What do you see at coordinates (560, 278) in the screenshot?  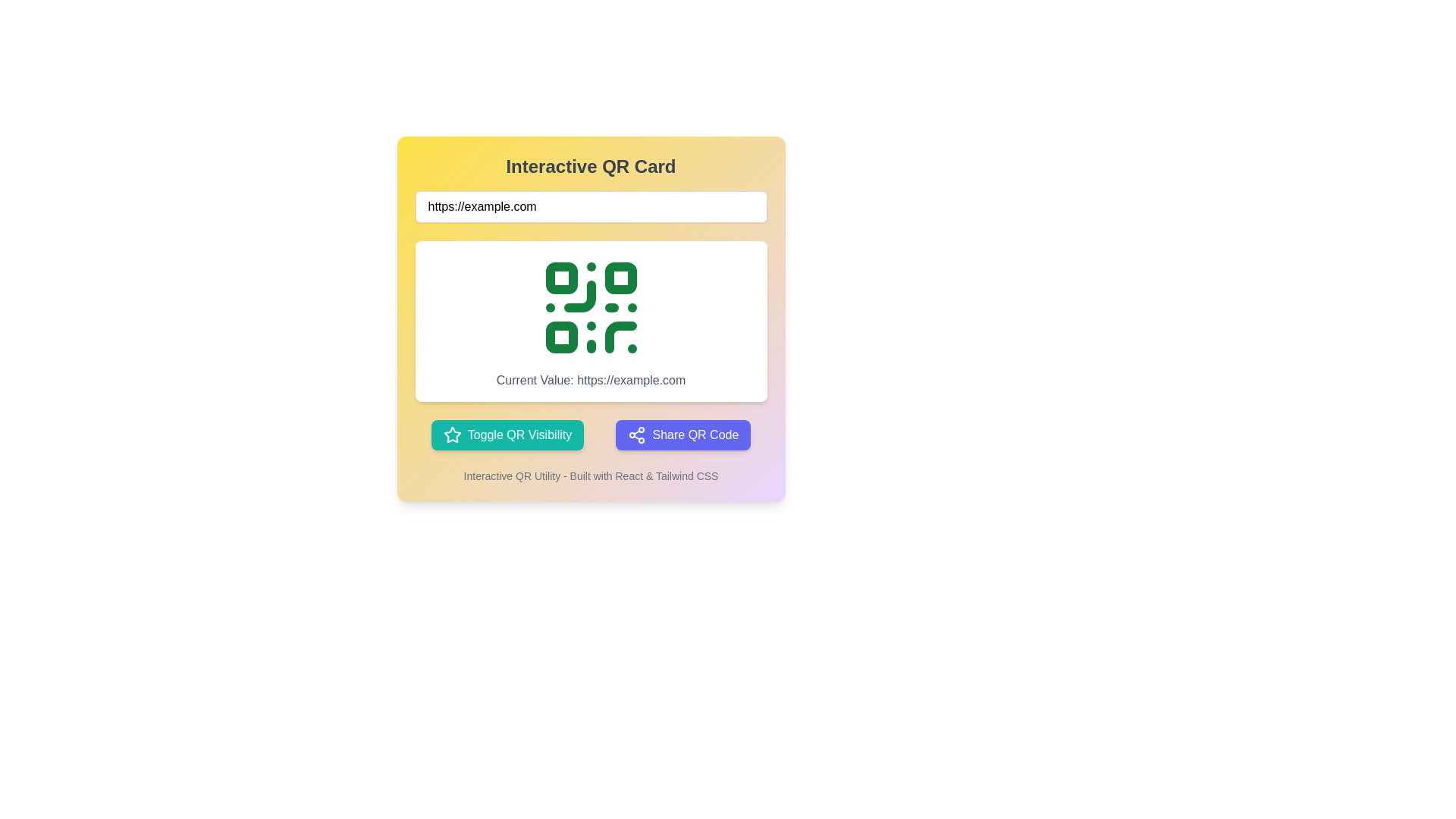 I see `the first small rounded square in the top-left part of the QR code graphic, which contributes to its visual identity` at bounding box center [560, 278].